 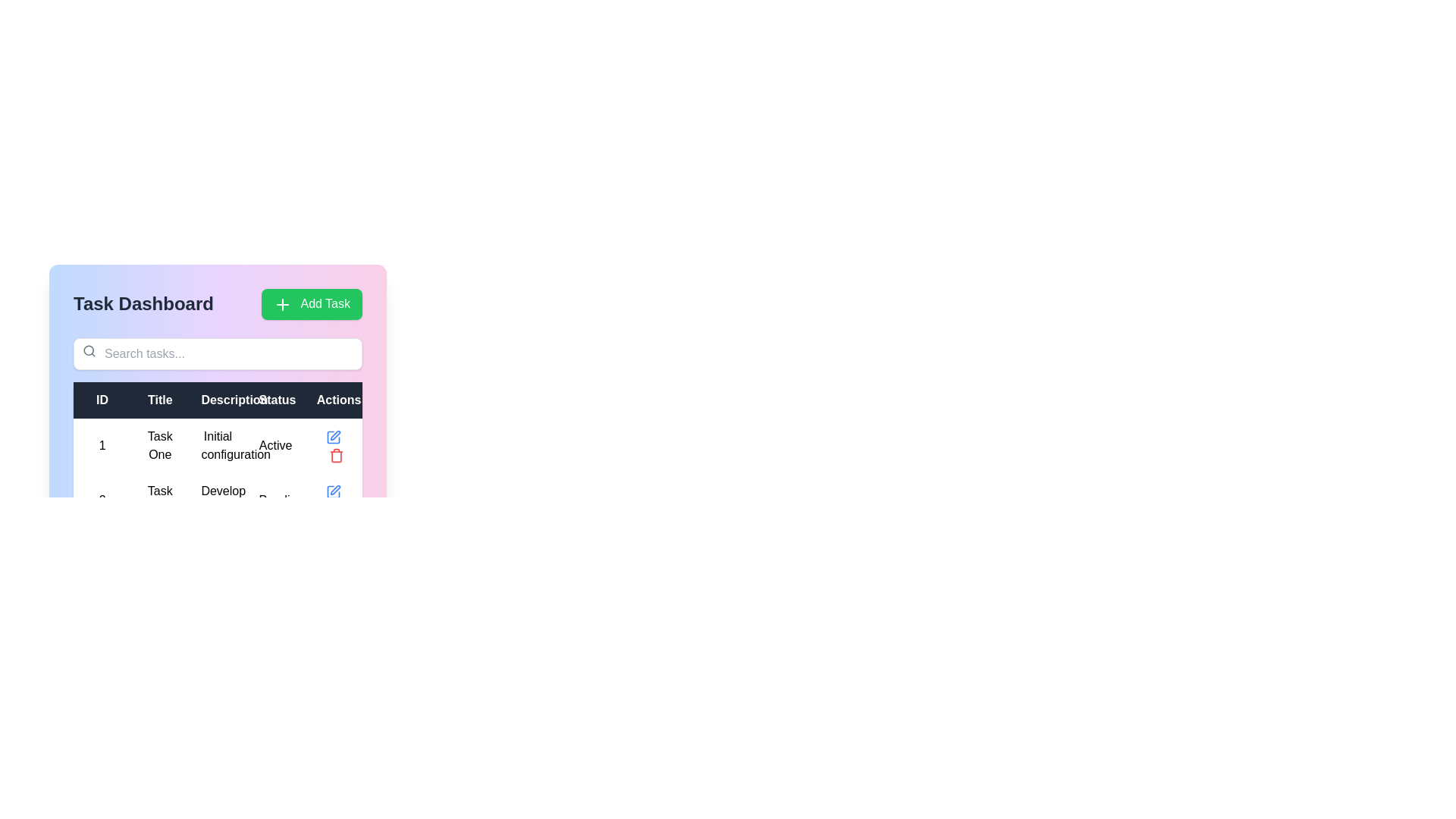 I want to click on the blue pen icon button located in the 'Actions' column of the first row in the task dashboard, so click(x=332, y=491).